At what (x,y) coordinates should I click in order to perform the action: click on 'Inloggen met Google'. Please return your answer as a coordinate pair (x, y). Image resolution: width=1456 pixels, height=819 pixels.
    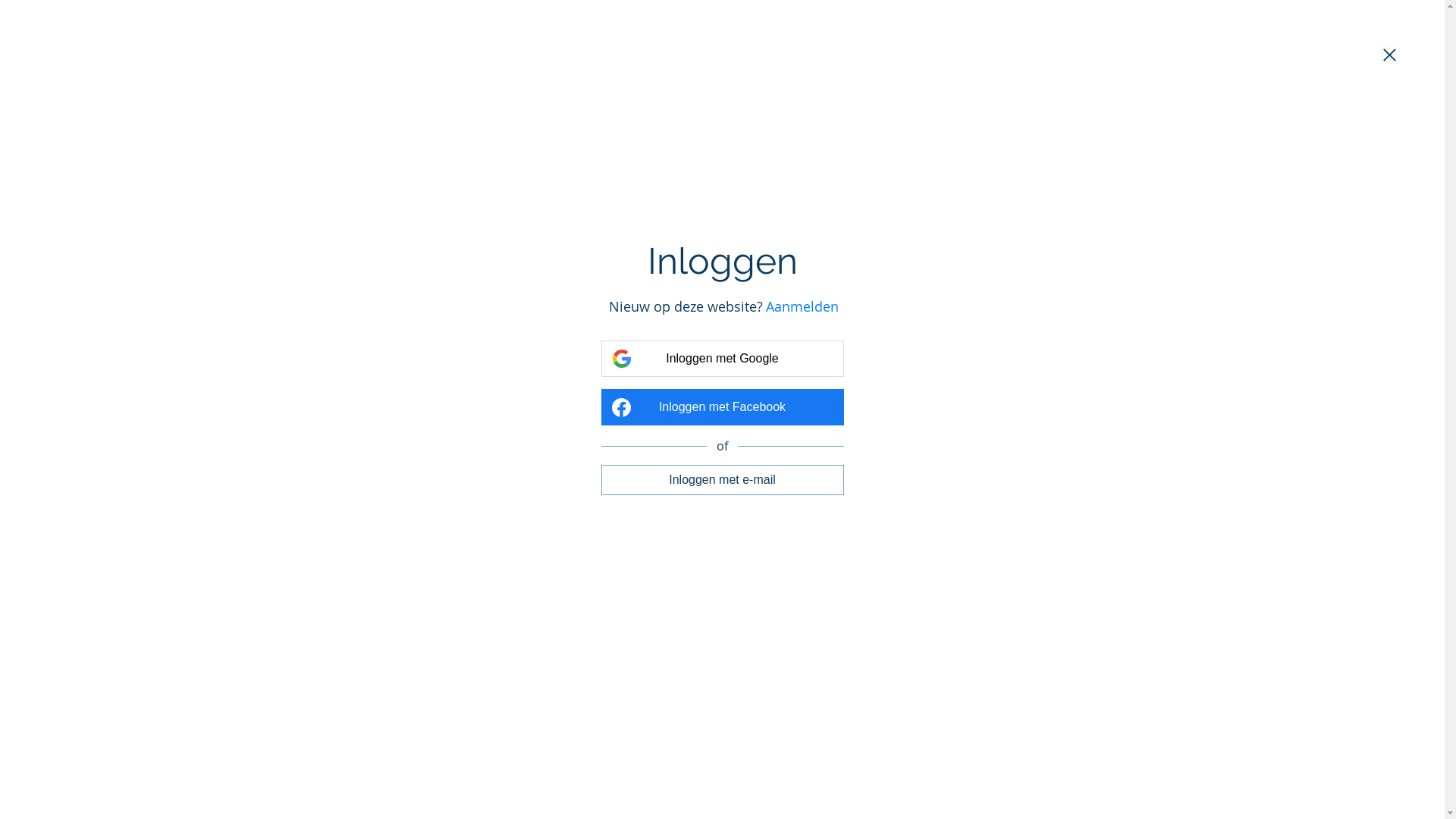
    Looking at the image, I should click on (720, 359).